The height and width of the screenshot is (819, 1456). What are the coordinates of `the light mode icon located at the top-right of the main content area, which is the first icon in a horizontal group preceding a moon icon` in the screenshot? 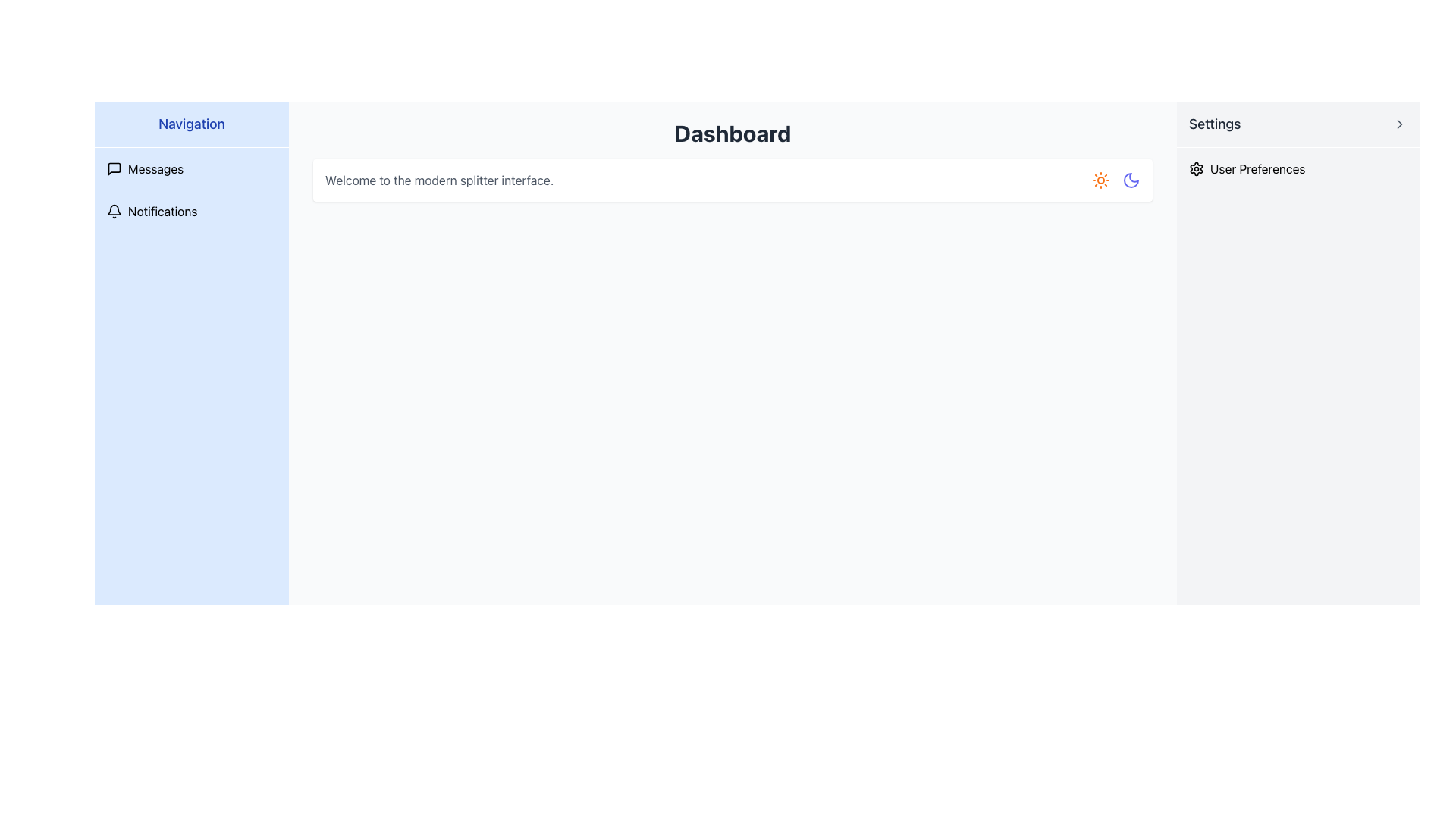 It's located at (1100, 180).